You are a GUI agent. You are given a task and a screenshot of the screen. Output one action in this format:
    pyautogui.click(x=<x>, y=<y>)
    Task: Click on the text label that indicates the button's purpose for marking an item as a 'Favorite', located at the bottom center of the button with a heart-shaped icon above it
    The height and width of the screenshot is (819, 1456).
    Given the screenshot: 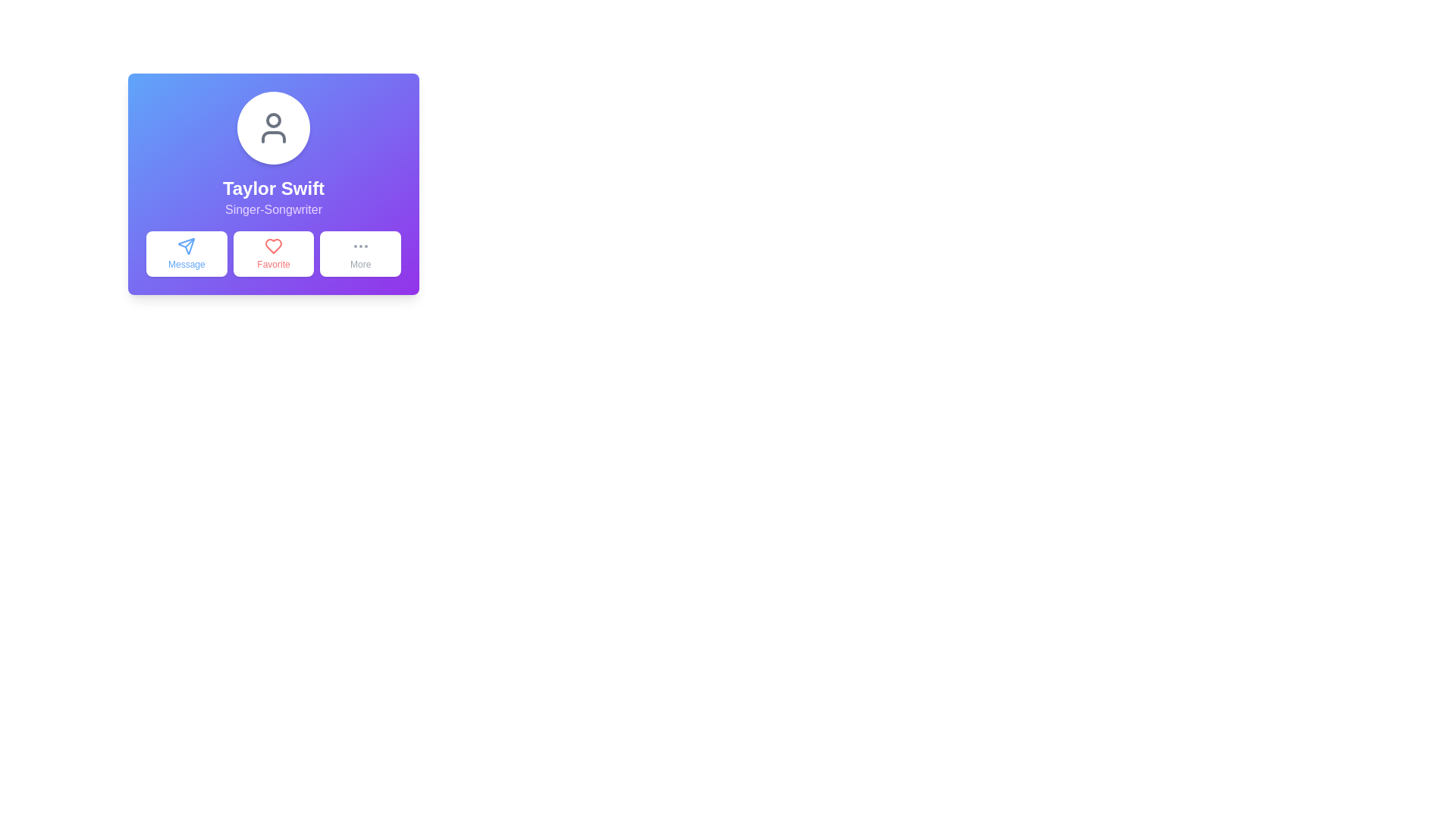 What is the action you would take?
    pyautogui.click(x=273, y=263)
    